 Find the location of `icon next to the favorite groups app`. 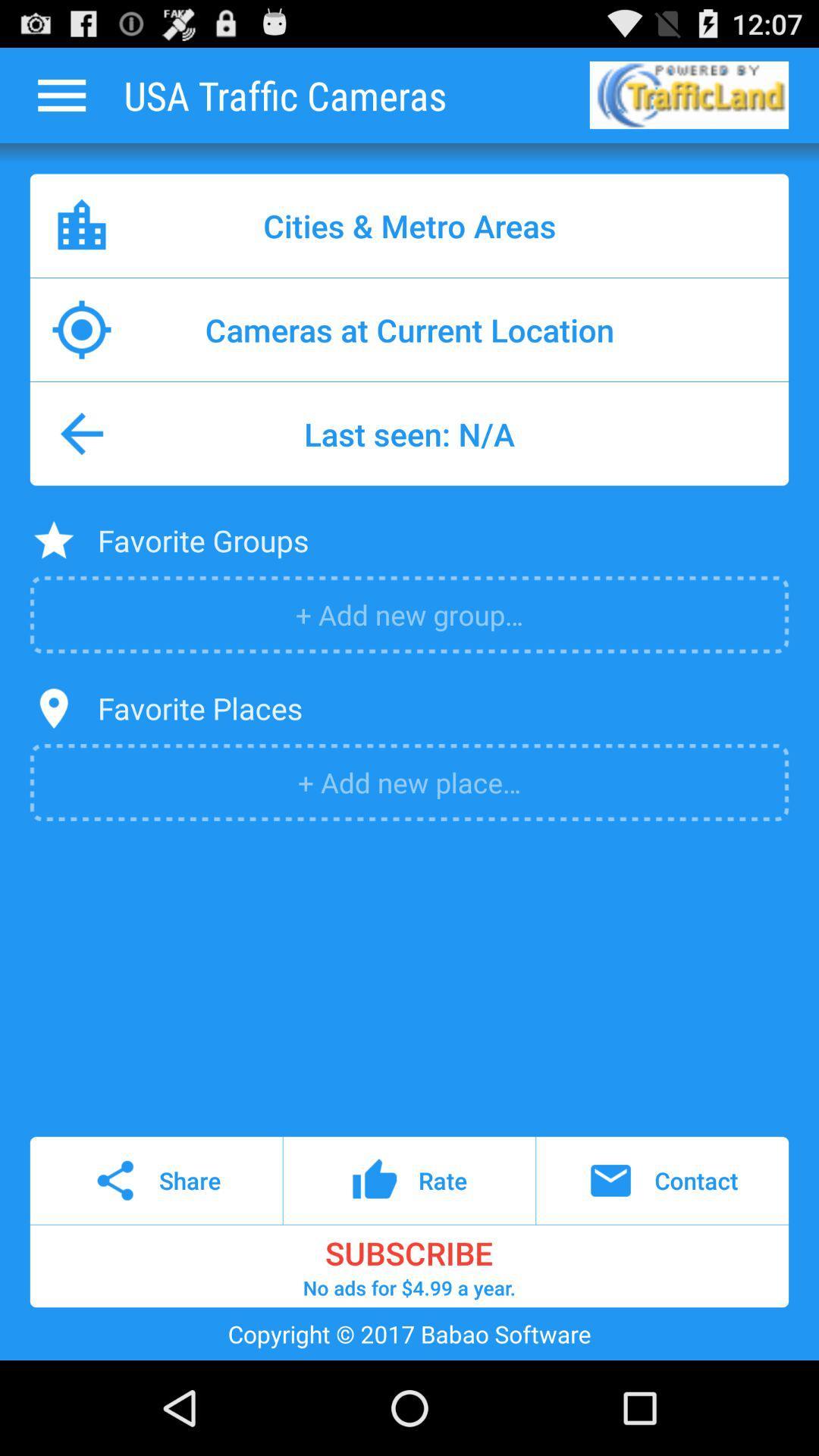

icon next to the favorite groups app is located at coordinates (53, 541).